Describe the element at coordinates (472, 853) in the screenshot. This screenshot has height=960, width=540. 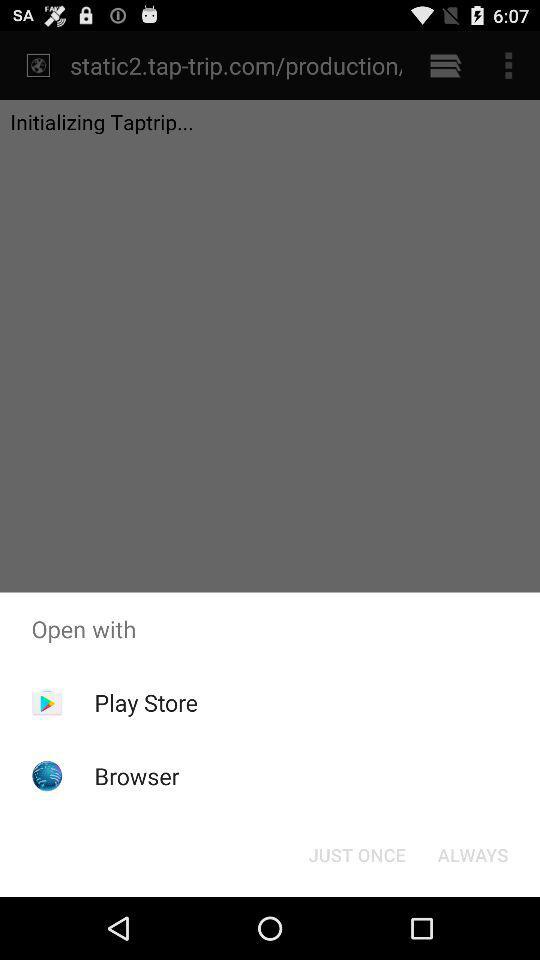
I see `the item next to the just once item` at that location.